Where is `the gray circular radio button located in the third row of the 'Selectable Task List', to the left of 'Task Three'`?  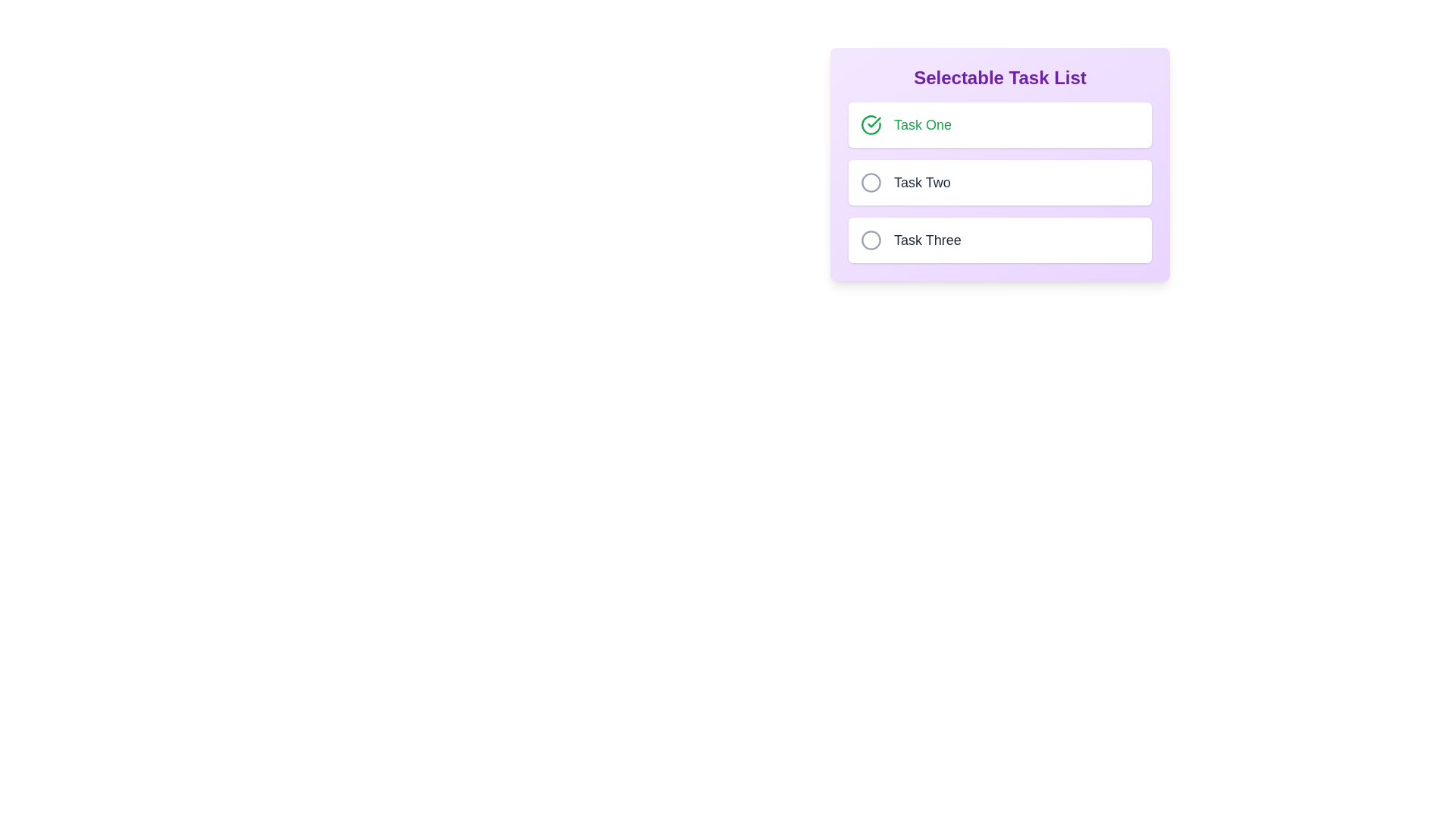
the gray circular radio button located in the third row of the 'Selectable Task List', to the left of 'Task Three' is located at coordinates (871, 239).